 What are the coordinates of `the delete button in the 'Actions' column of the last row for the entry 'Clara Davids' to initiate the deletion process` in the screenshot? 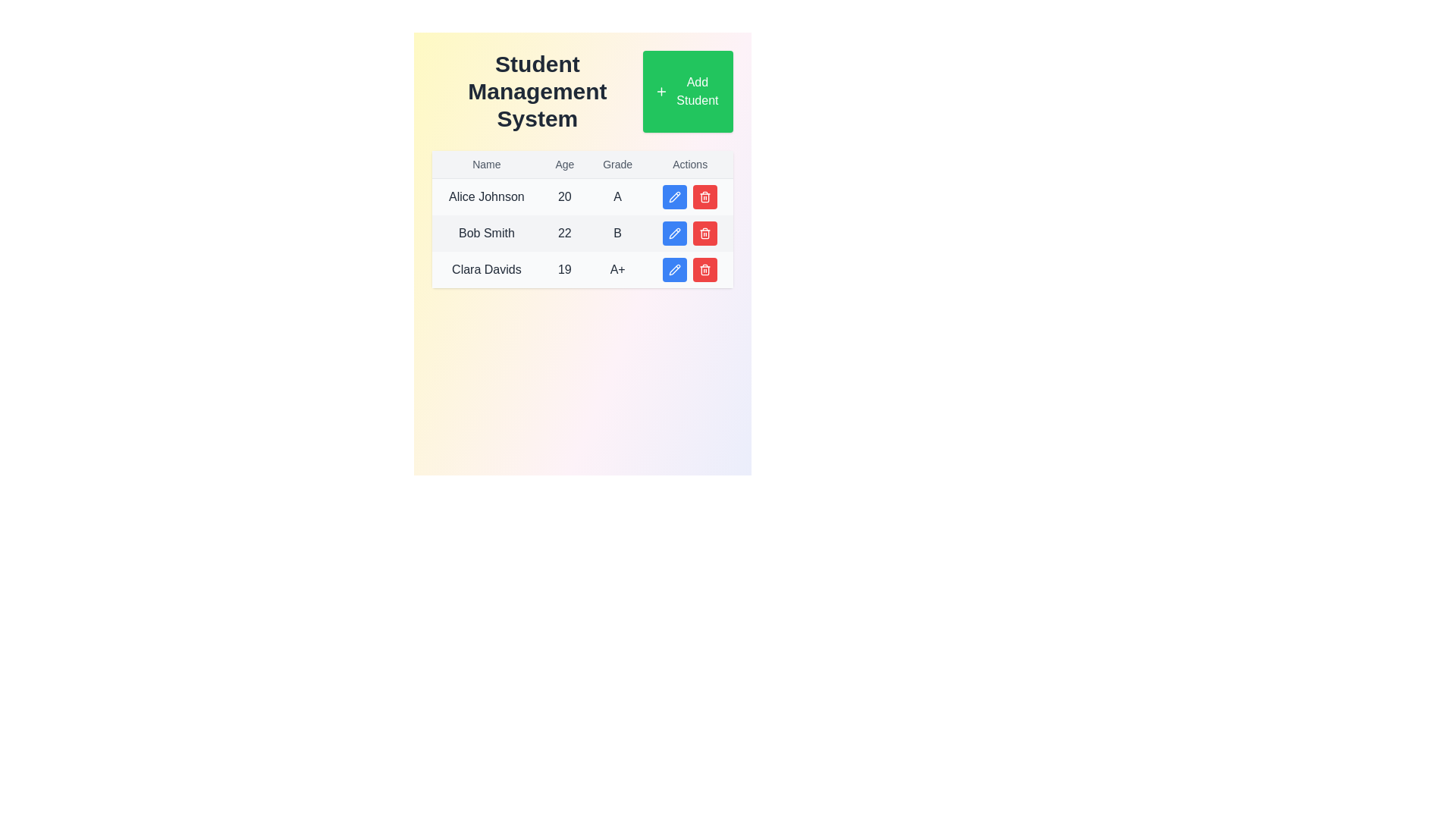 It's located at (704, 268).